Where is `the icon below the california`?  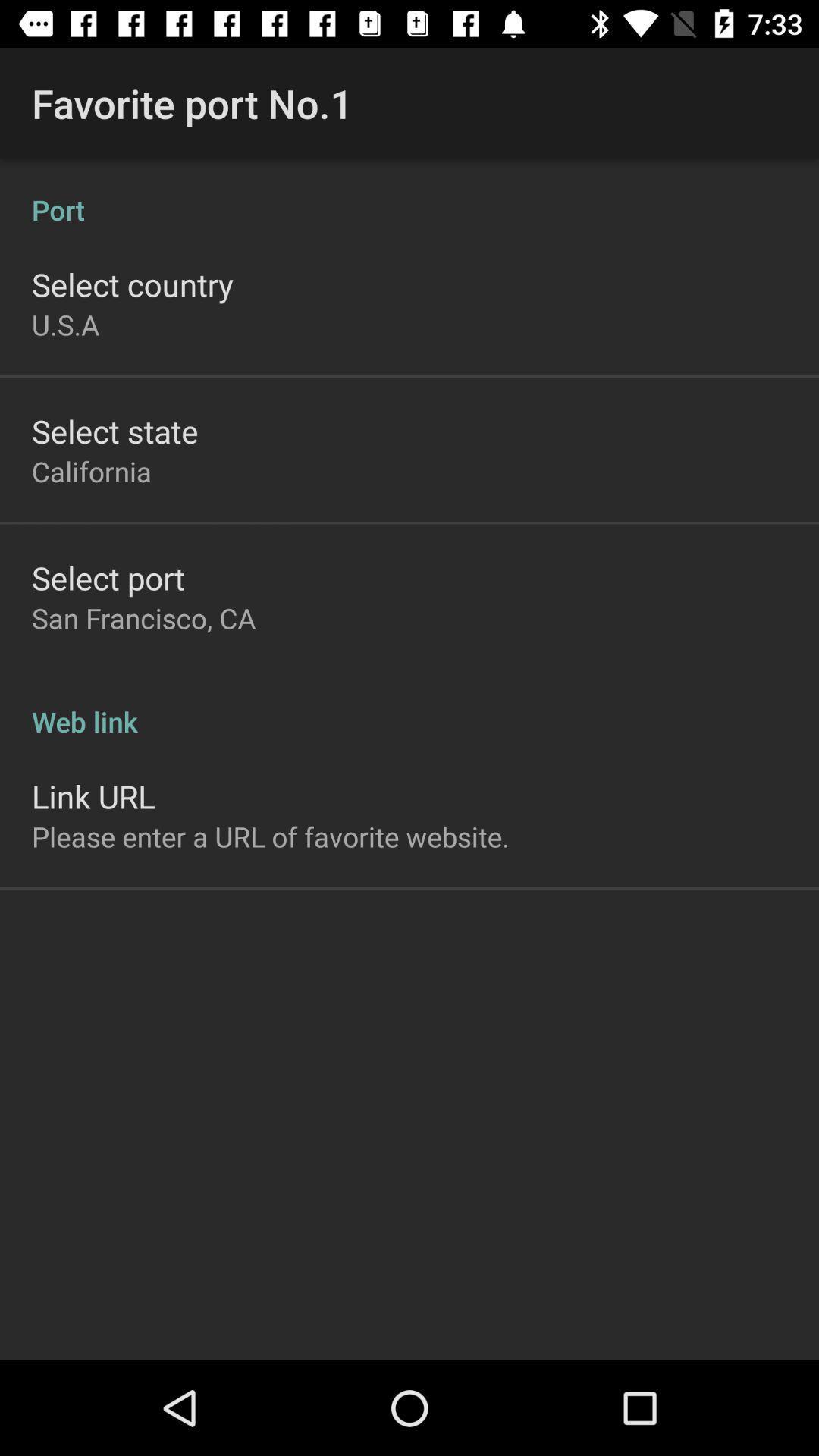 the icon below the california is located at coordinates (107, 577).